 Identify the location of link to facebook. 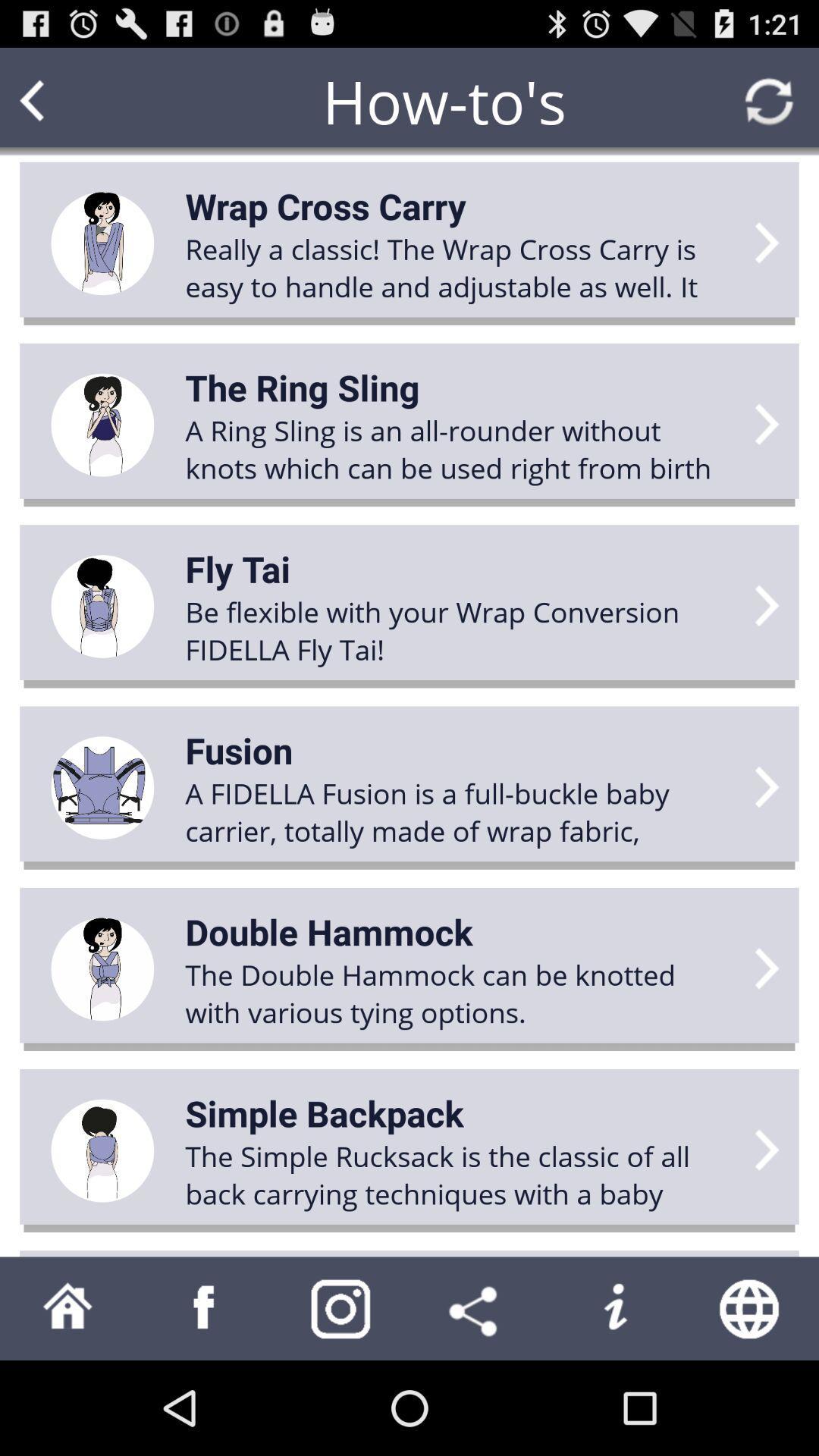
(205, 1307).